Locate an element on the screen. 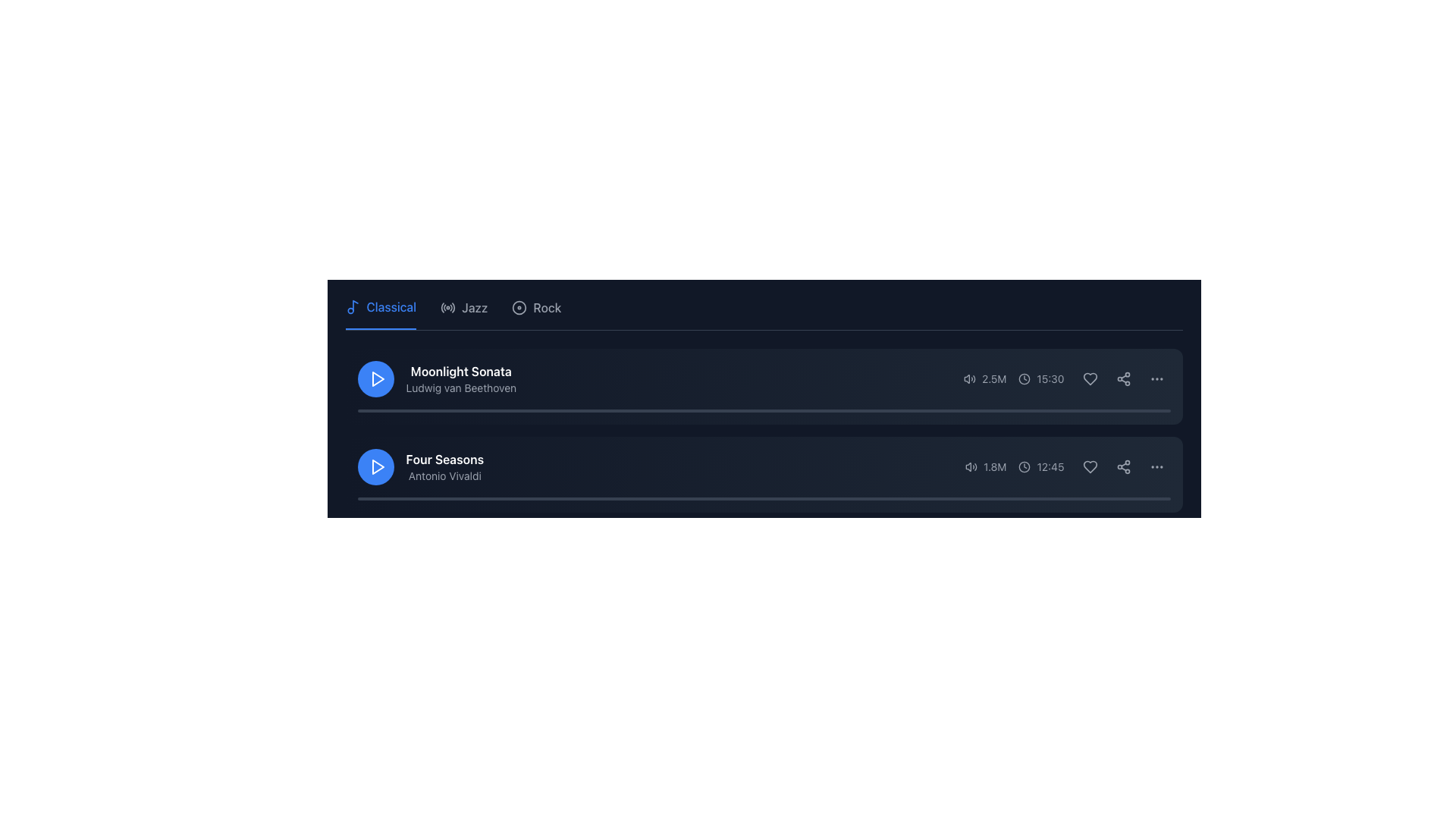 Image resolution: width=1456 pixels, height=819 pixels. the second ellipsis icon, which consists of three horizontal dots is located at coordinates (1156, 466).